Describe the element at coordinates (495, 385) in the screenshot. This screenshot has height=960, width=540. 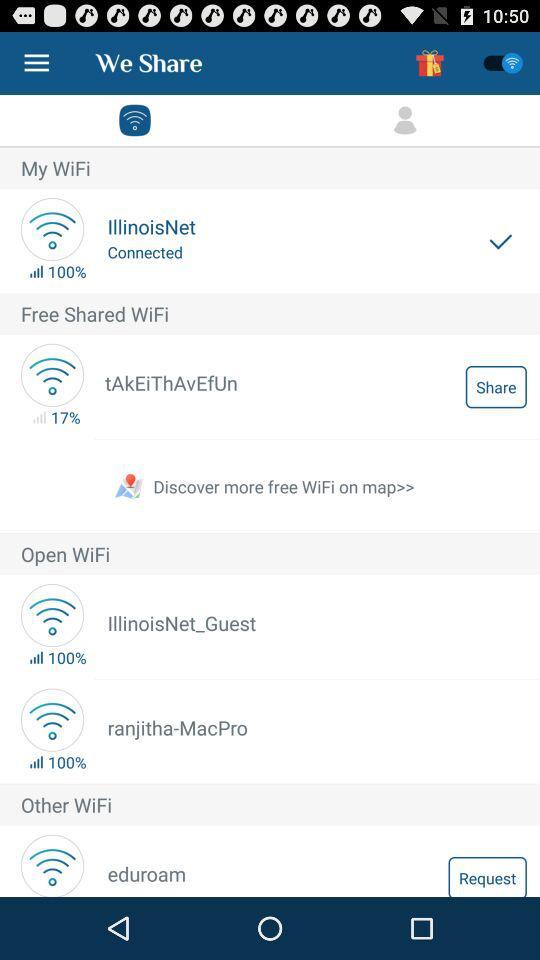
I see `the share icon` at that location.